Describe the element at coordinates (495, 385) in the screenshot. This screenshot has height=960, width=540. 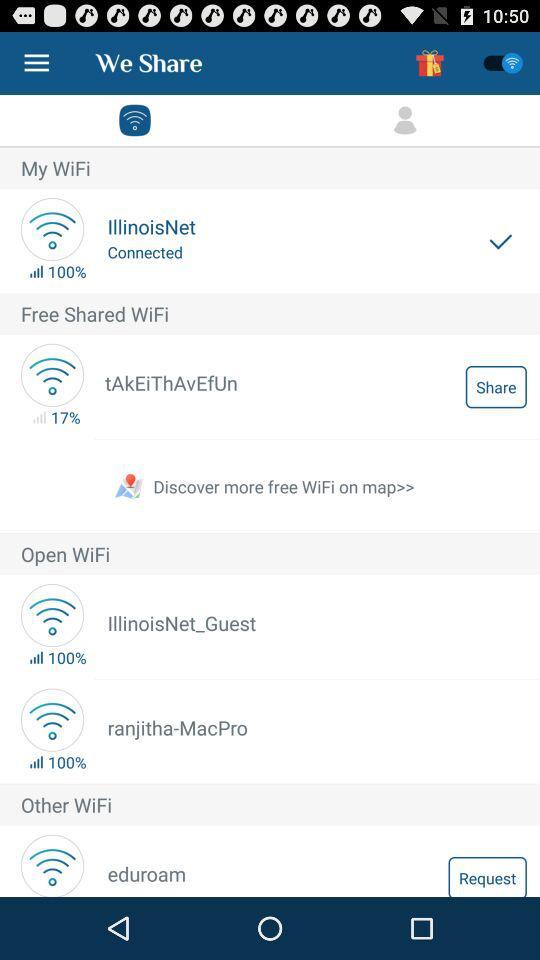
I see `the share icon` at that location.